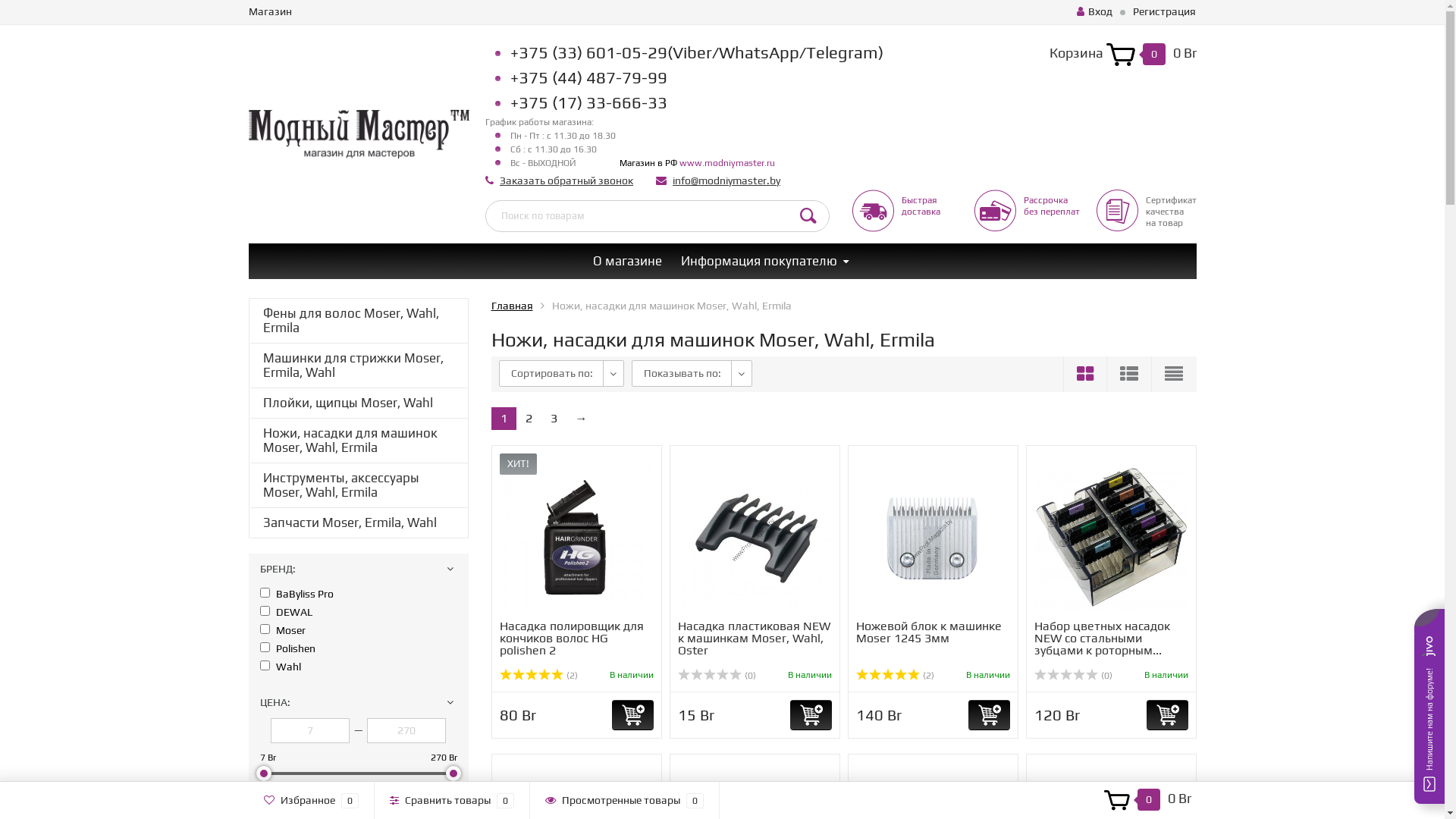 The width and height of the screenshot is (1456, 819). What do you see at coordinates (504, 418) in the screenshot?
I see `'1'` at bounding box center [504, 418].